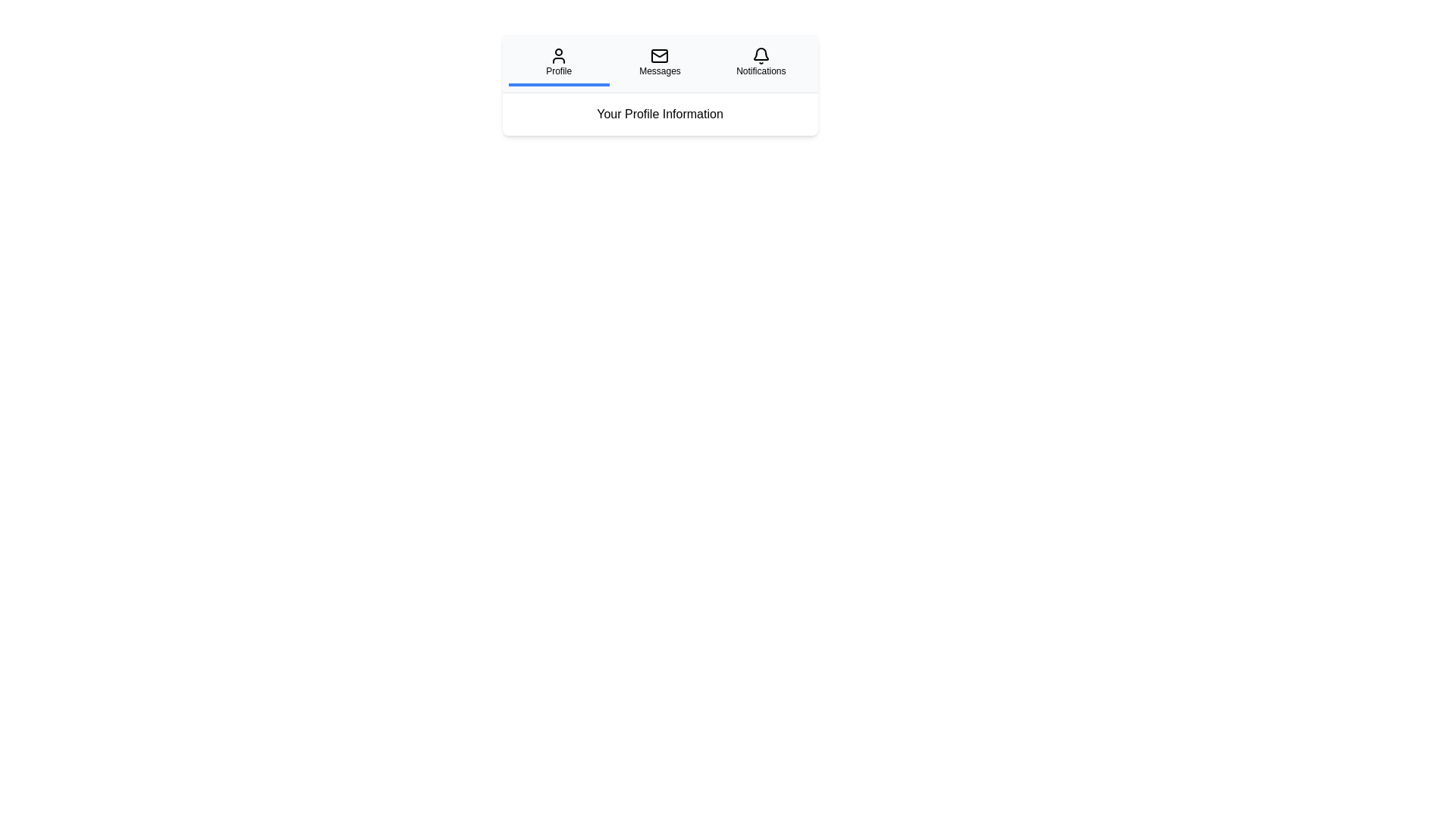  What do you see at coordinates (558, 63) in the screenshot?
I see `the user profile icon button labeled 'Profile'` at bounding box center [558, 63].